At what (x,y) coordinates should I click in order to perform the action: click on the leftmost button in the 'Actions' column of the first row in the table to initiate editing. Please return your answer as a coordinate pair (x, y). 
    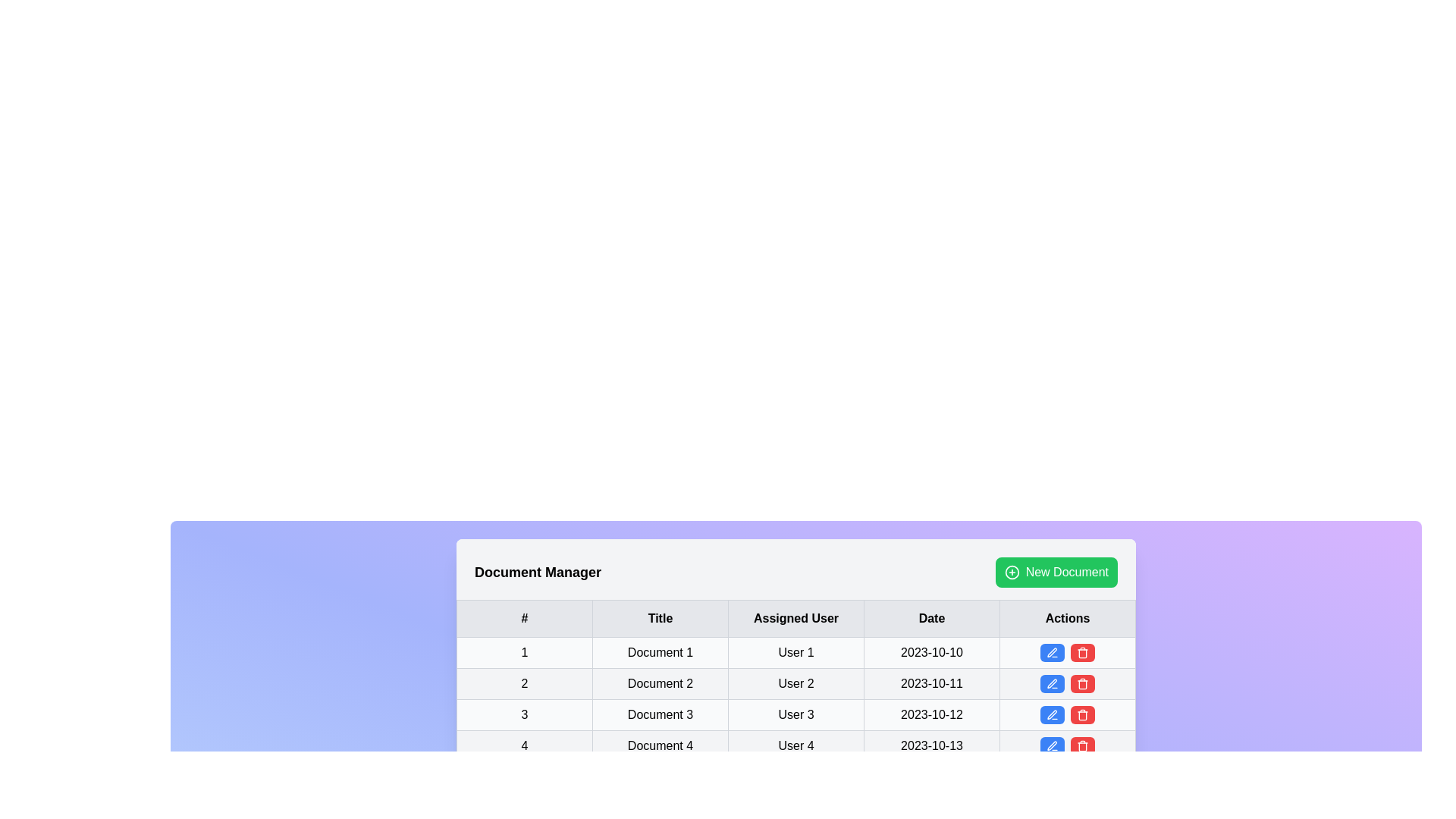
    Looking at the image, I should click on (1051, 651).